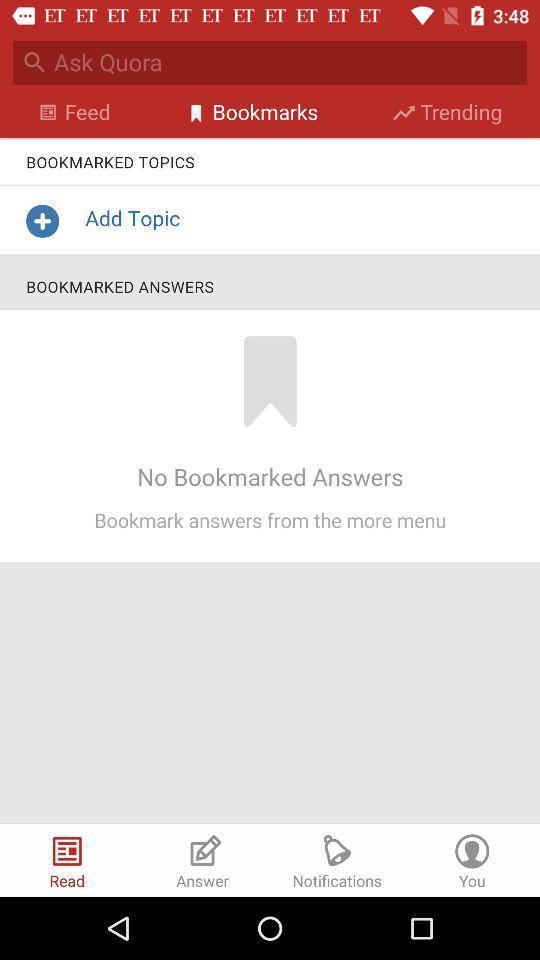 Image resolution: width=540 pixels, height=960 pixels. What do you see at coordinates (472, 848) in the screenshot?
I see `the icon on the bottom right corner of the web page` at bounding box center [472, 848].